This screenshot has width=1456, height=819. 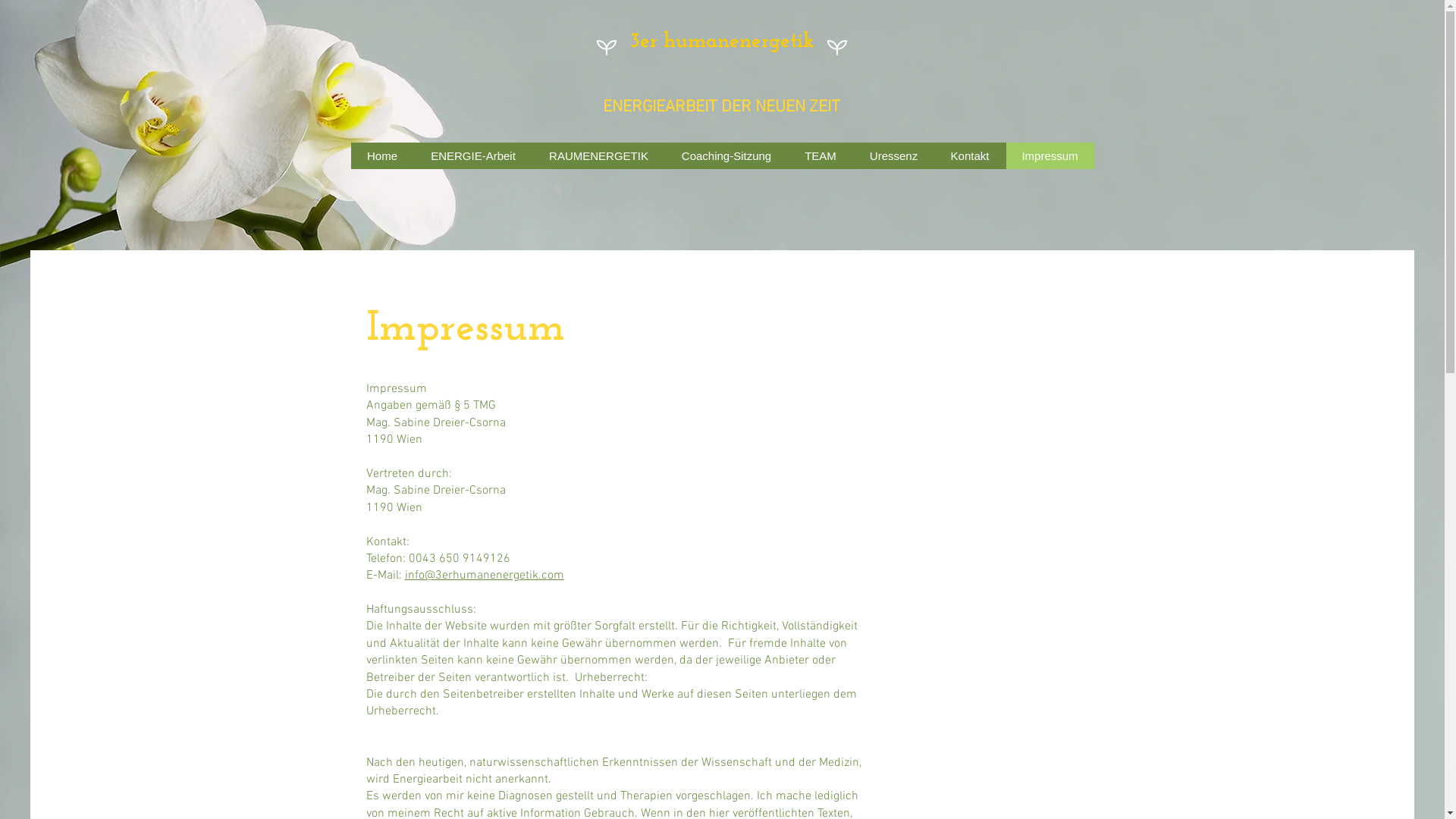 I want to click on 'info@3erhumanenergetik.com', so click(x=404, y=576).